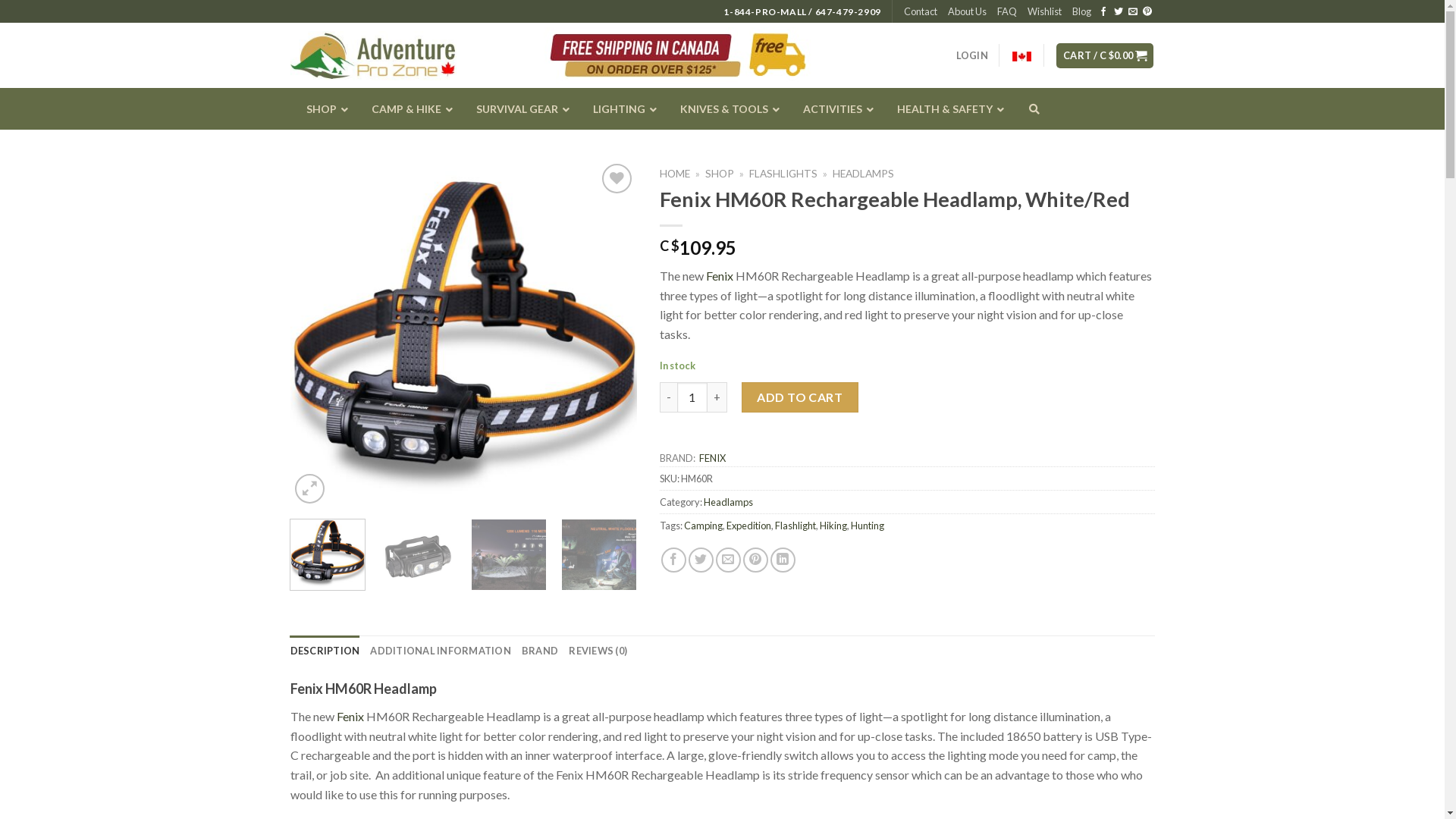  Describe the element at coordinates (1072, 11) in the screenshot. I see `'Blog'` at that location.